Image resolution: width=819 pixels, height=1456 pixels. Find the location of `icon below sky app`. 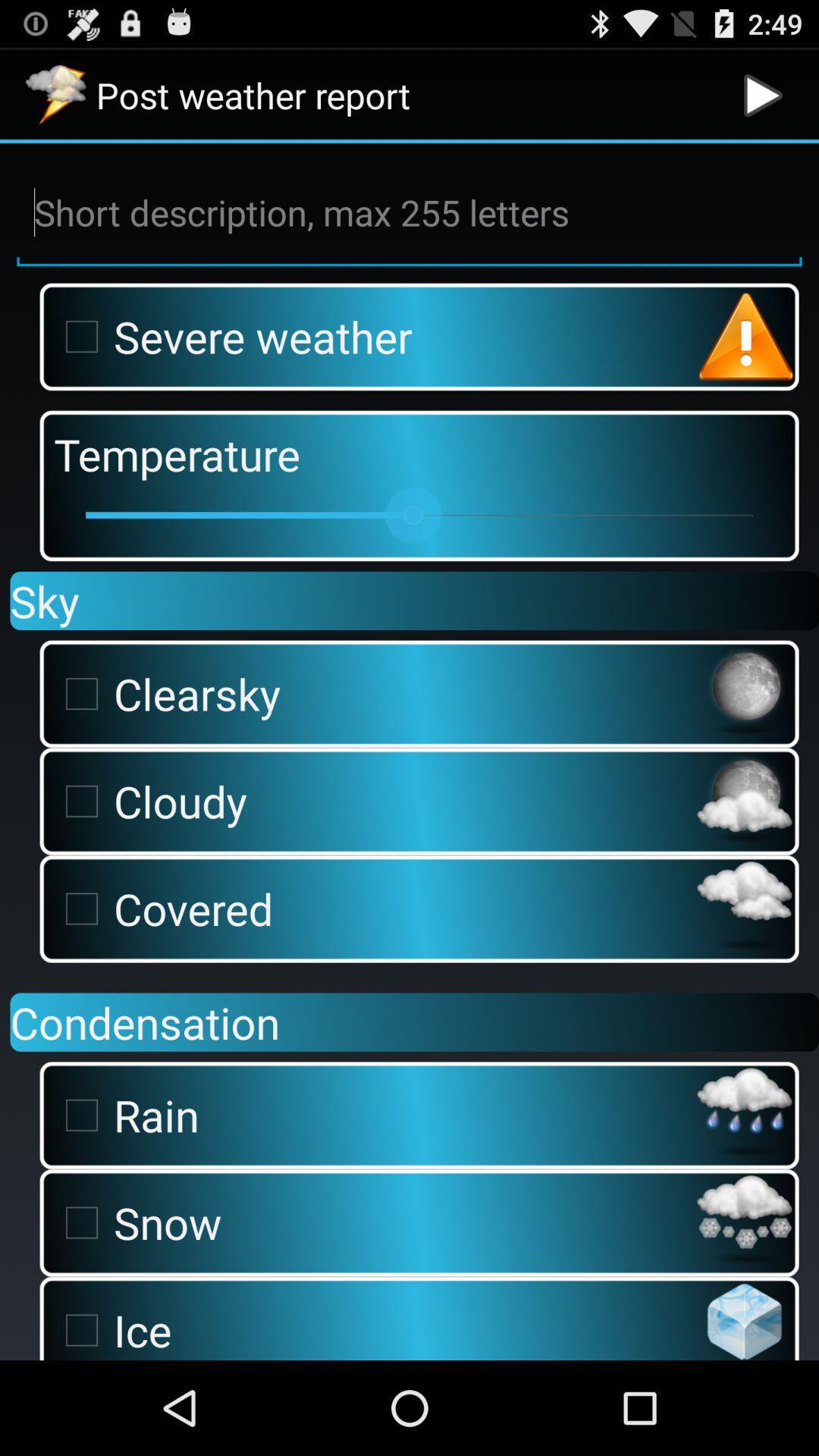

icon below sky app is located at coordinates (371, 693).